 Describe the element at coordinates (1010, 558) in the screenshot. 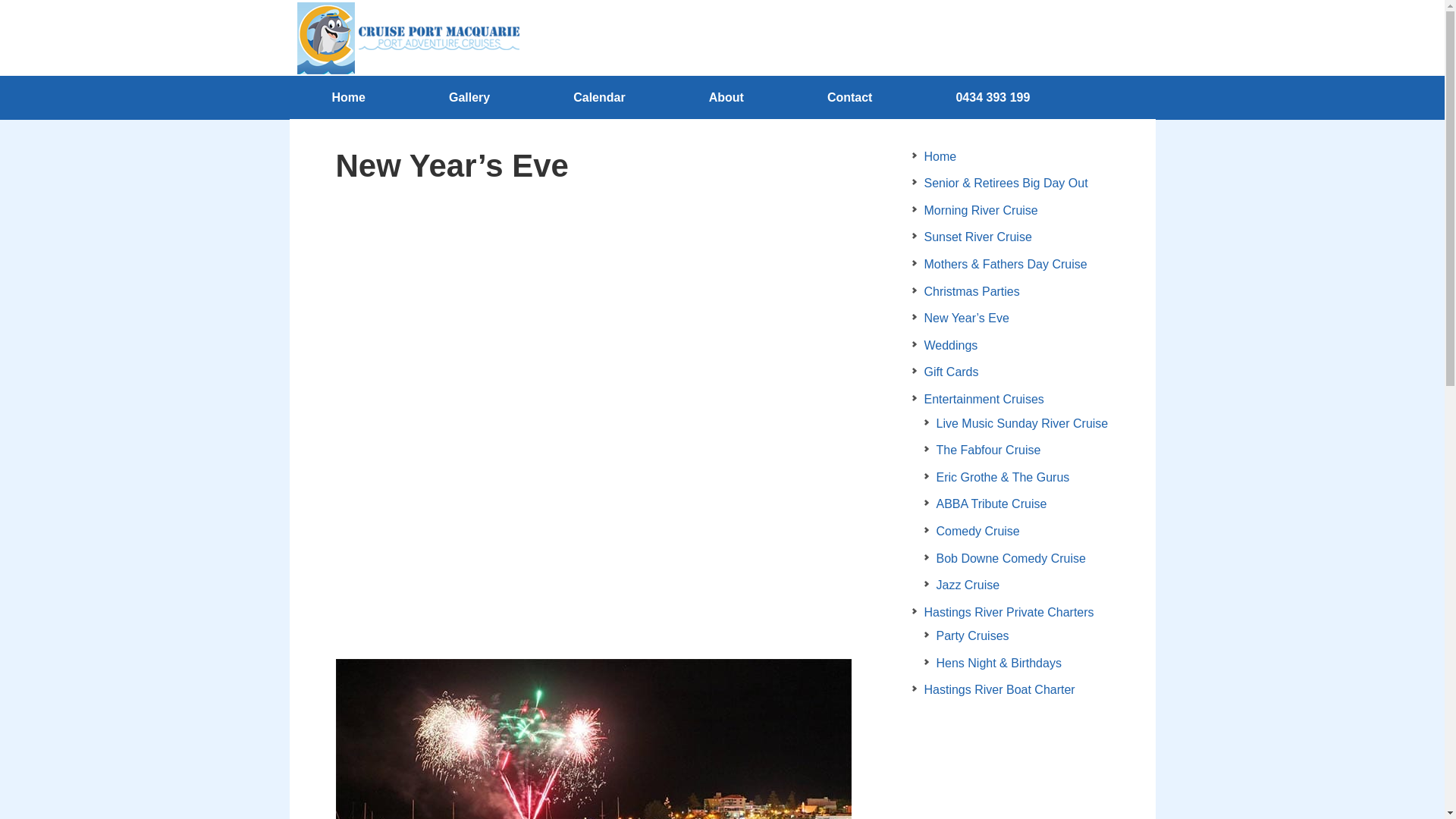

I see `'Bob Downe Comedy Cruise'` at that location.